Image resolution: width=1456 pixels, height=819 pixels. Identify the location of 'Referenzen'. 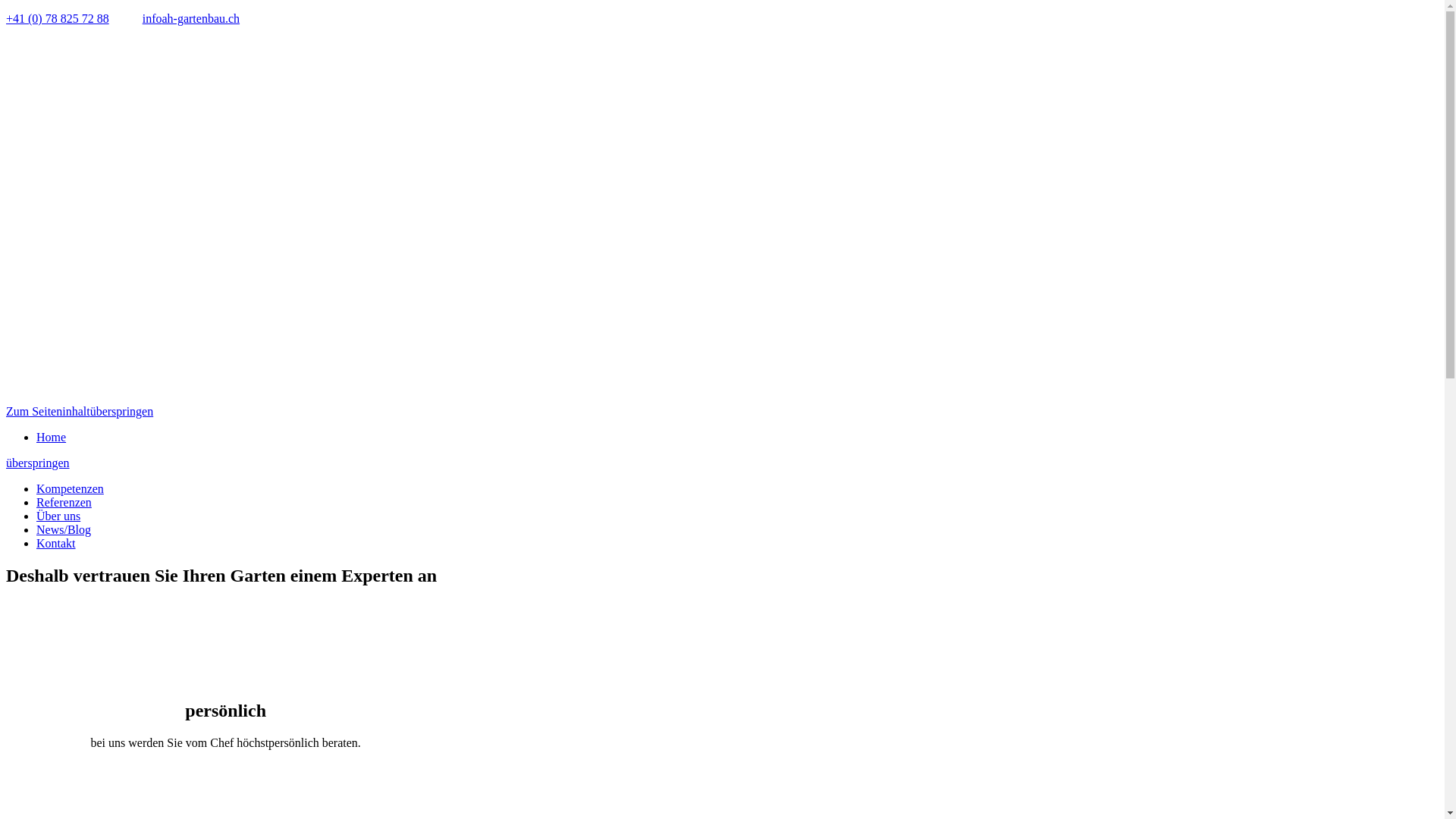
(63, 502).